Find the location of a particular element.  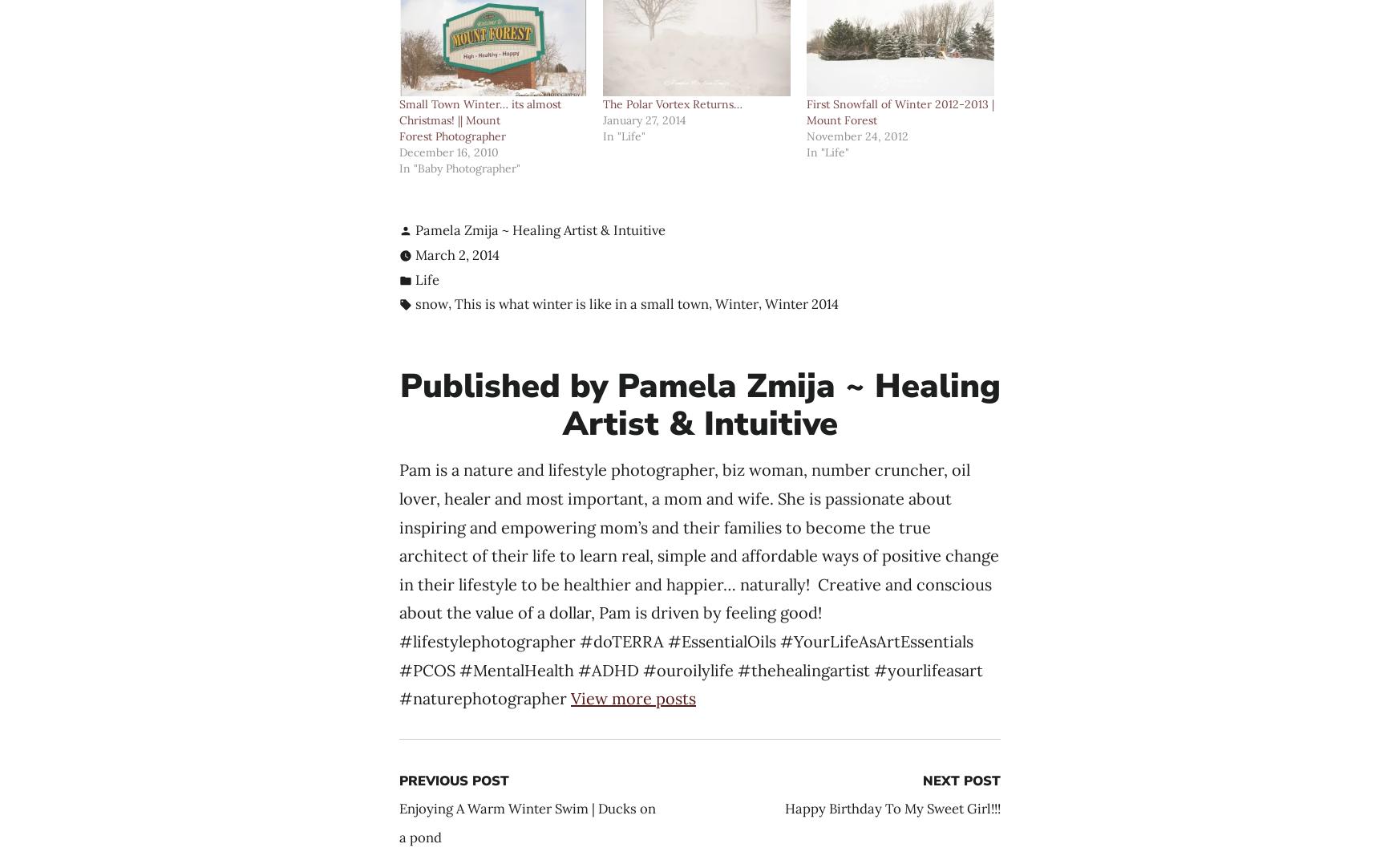

'Life' is located at coordinates (427, 278).